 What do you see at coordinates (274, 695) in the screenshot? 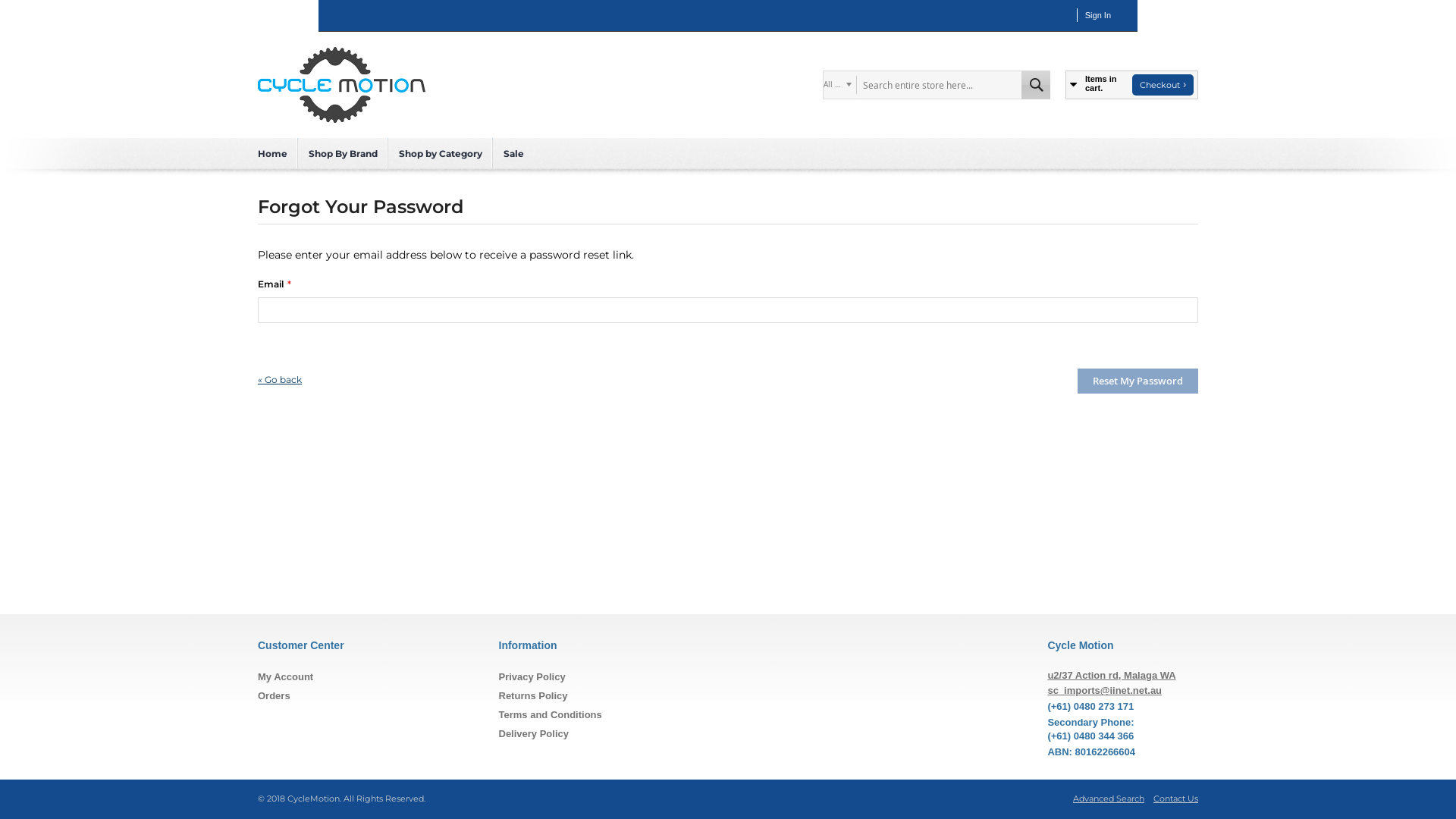
I see `'Orders'` at bounding box center [274, 695].